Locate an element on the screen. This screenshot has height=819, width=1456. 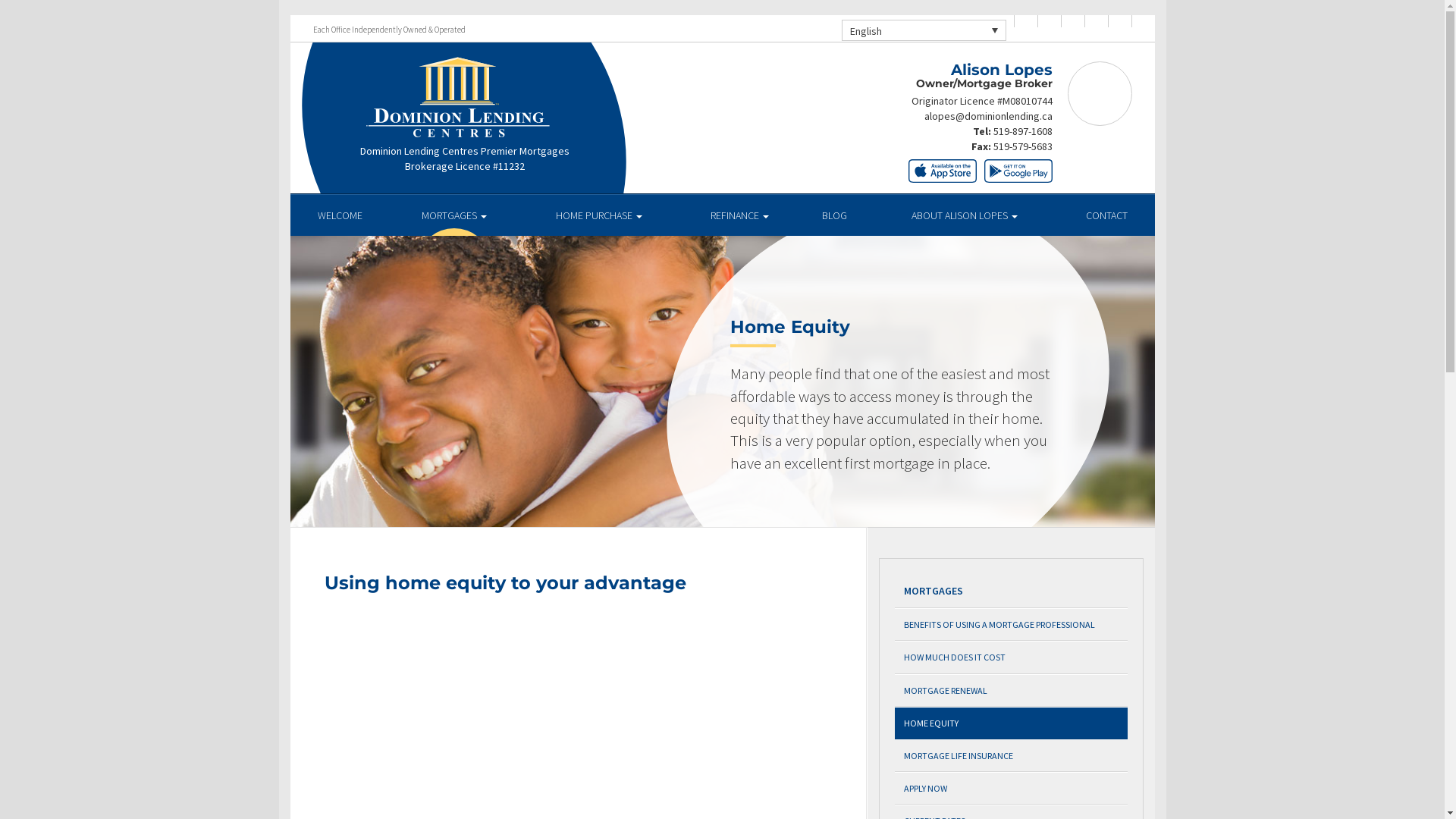
'MORTGAGES' is located at coordinates (1011, 590).